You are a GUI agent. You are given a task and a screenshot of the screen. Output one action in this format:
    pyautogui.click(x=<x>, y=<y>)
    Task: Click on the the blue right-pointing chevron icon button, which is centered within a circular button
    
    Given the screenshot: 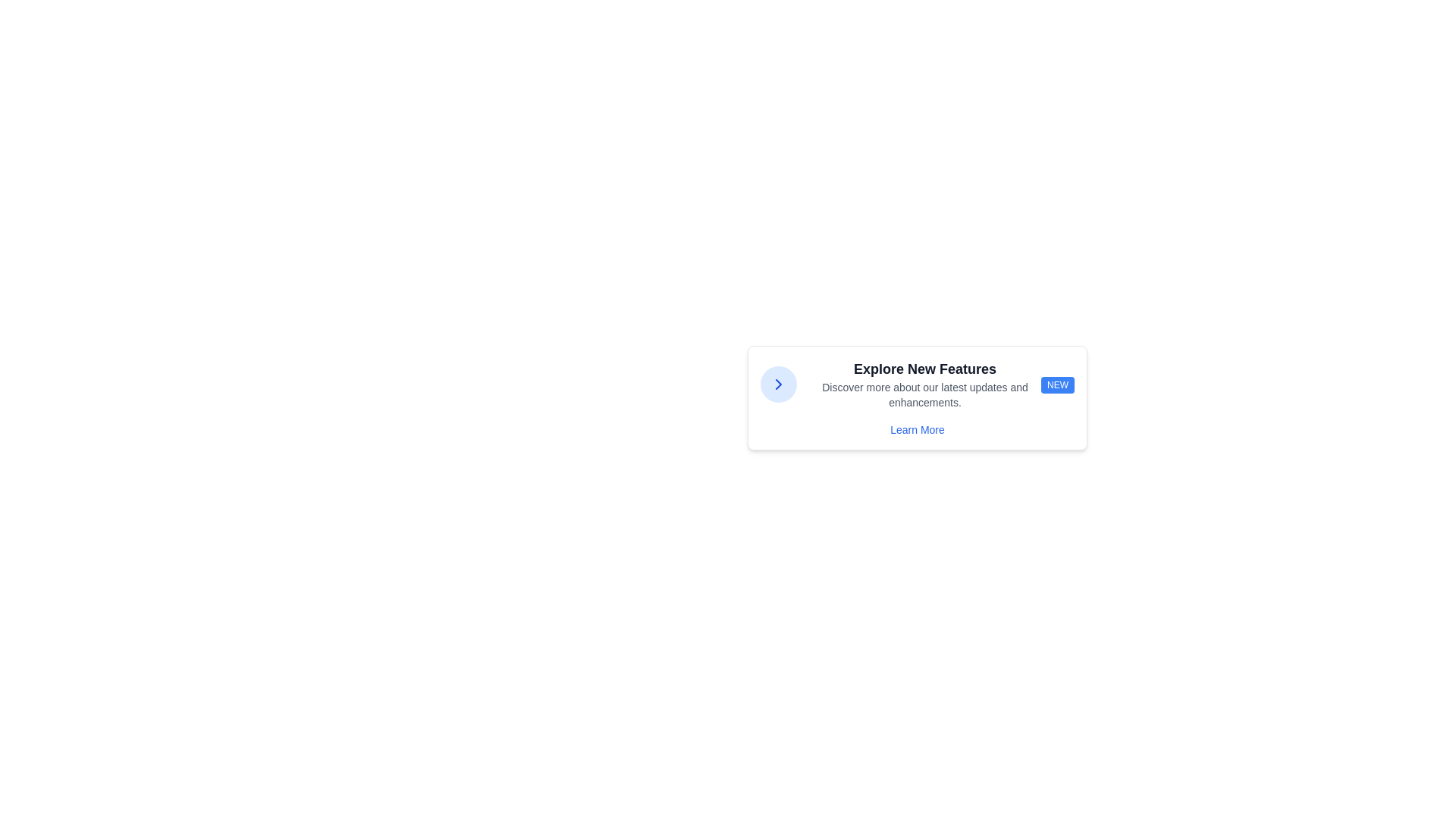 What is the action you would take?
    pyautogui.click(x=779, y=383)
    